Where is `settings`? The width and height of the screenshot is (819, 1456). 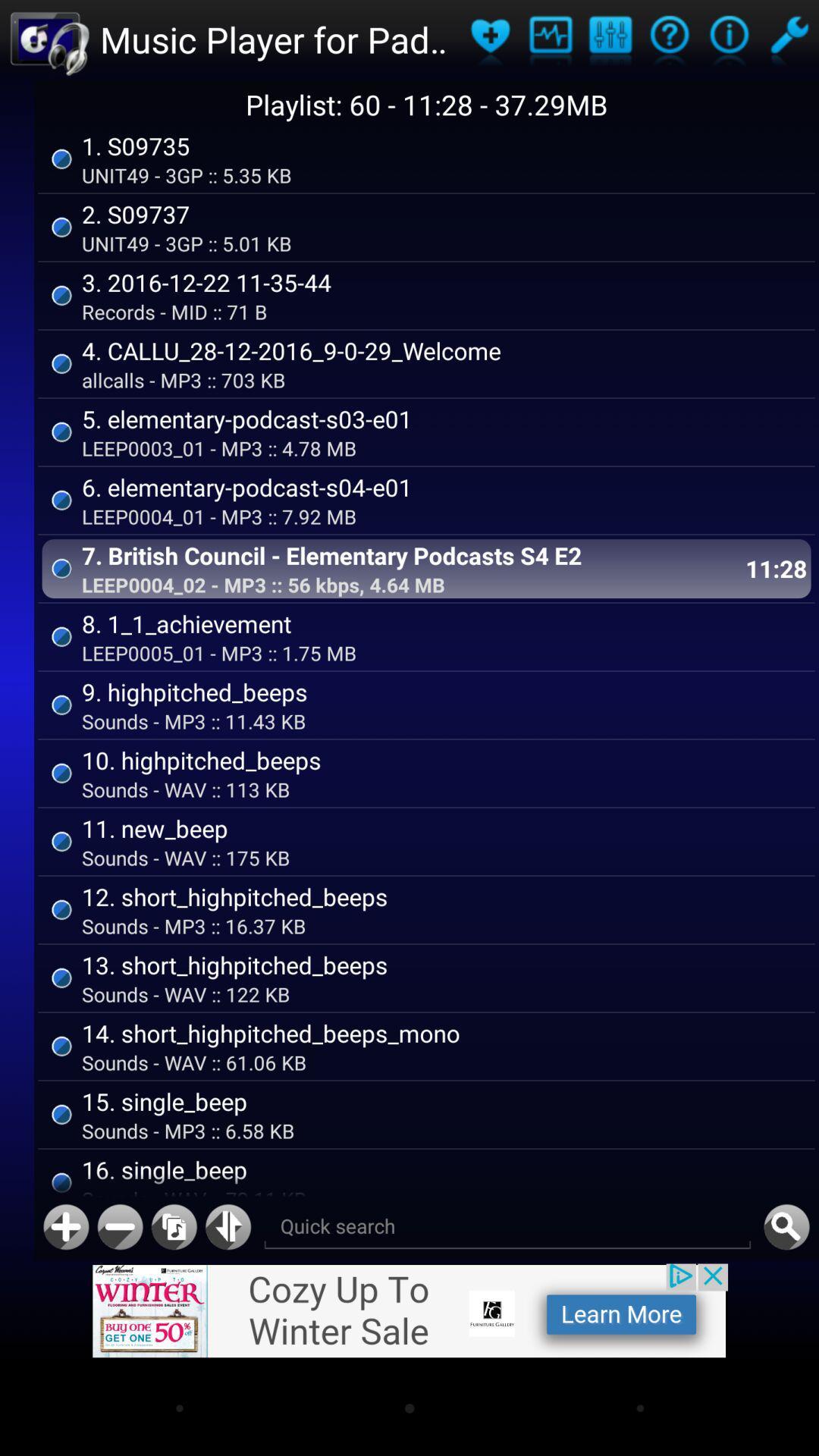
settings is located at coordinates (609, 39).